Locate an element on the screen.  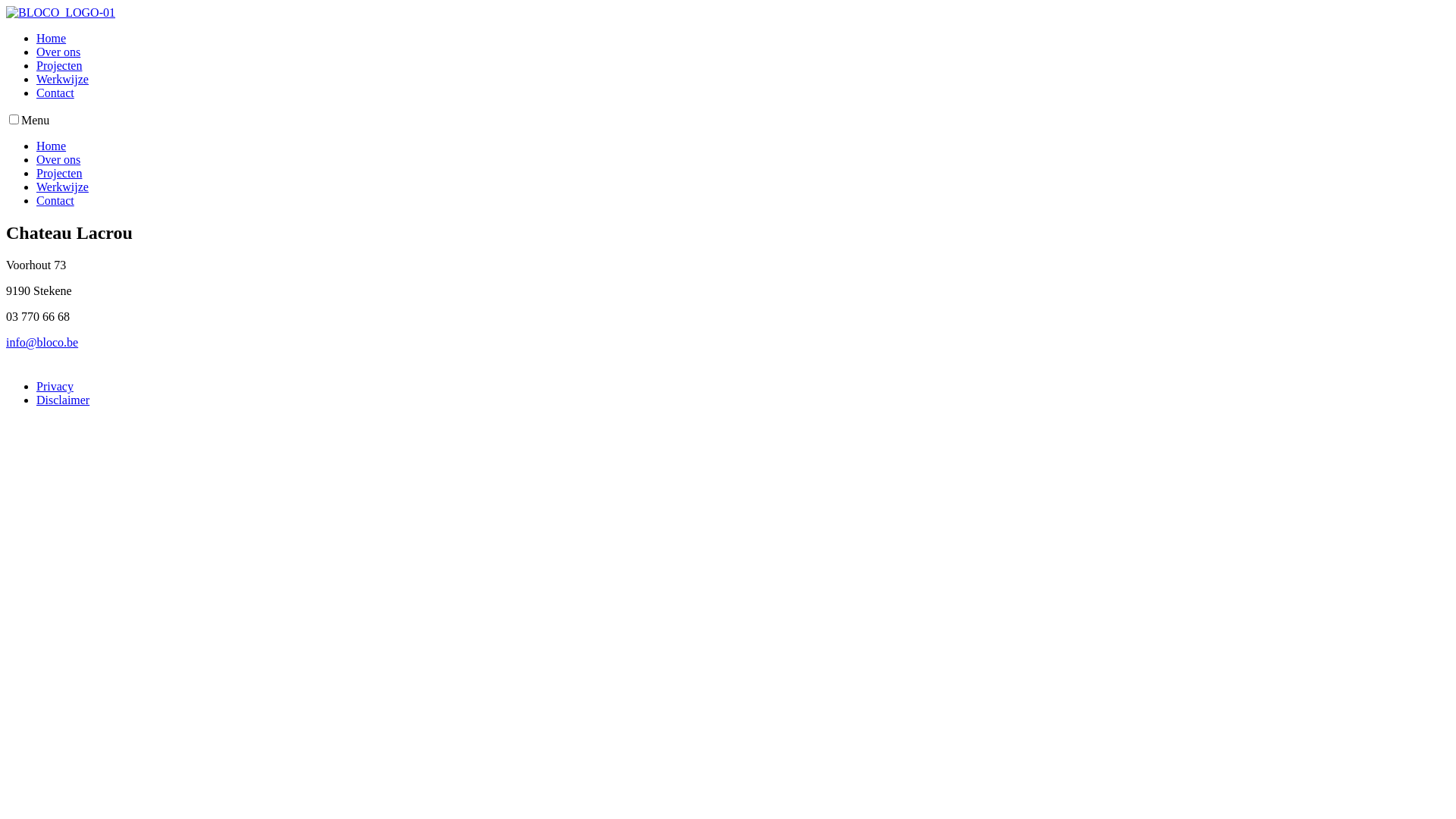
'Werkwijze' is located at coordinates (61, 79).